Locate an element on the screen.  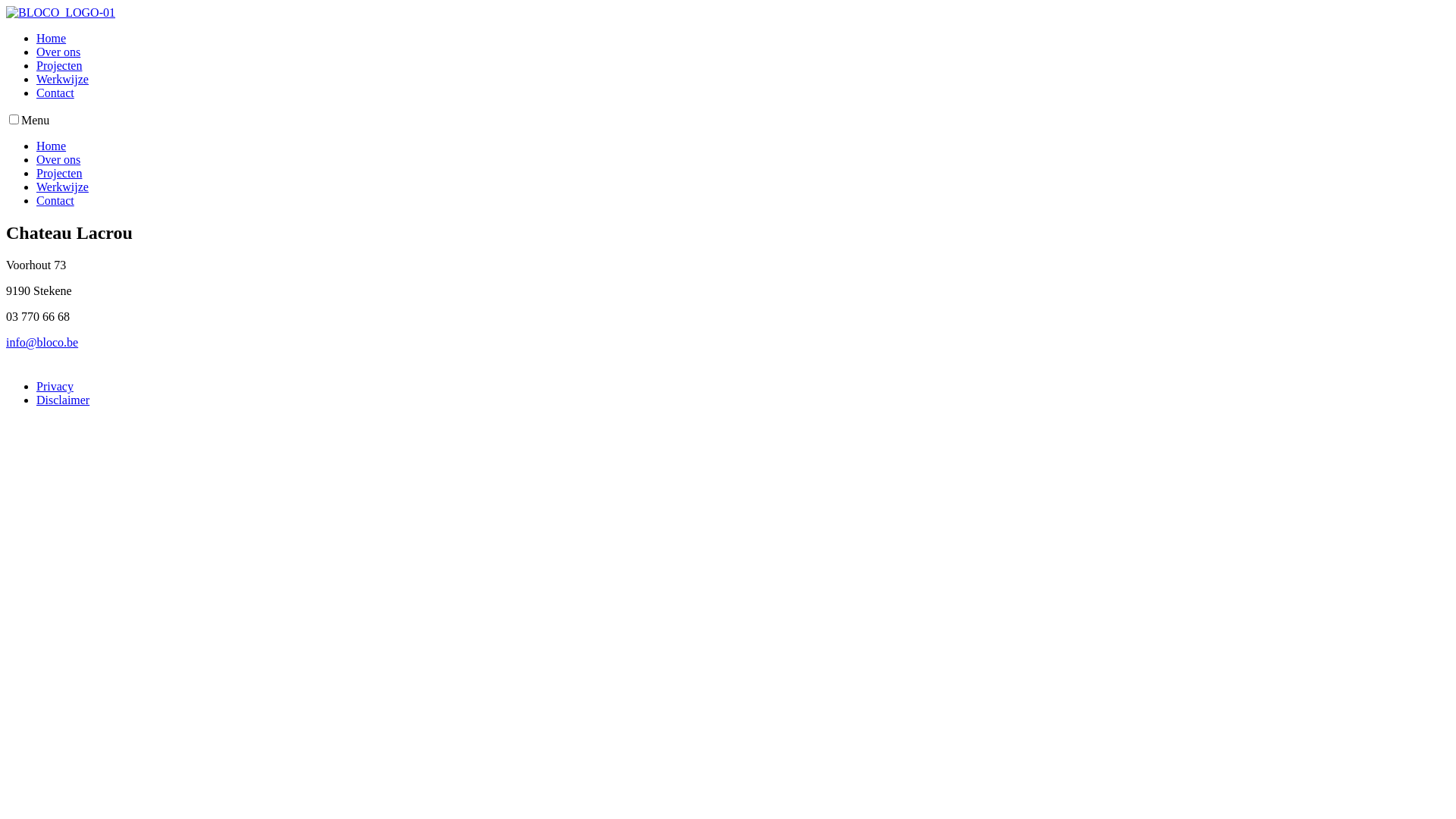
'Werkwijze' is located at coordinates (61, 79).